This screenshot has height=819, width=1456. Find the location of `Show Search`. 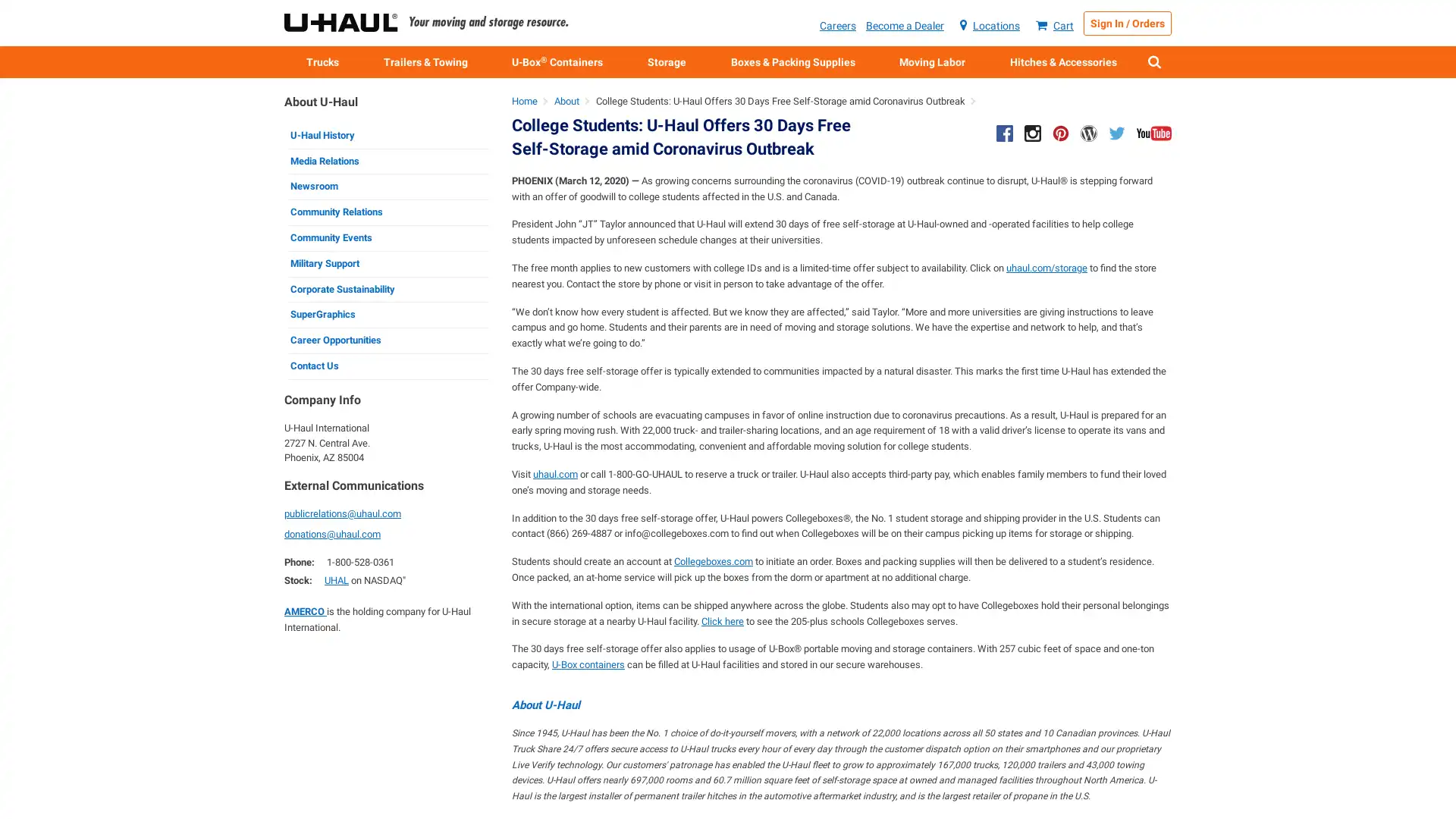

Show Search is located at coordinates (1154, 61).